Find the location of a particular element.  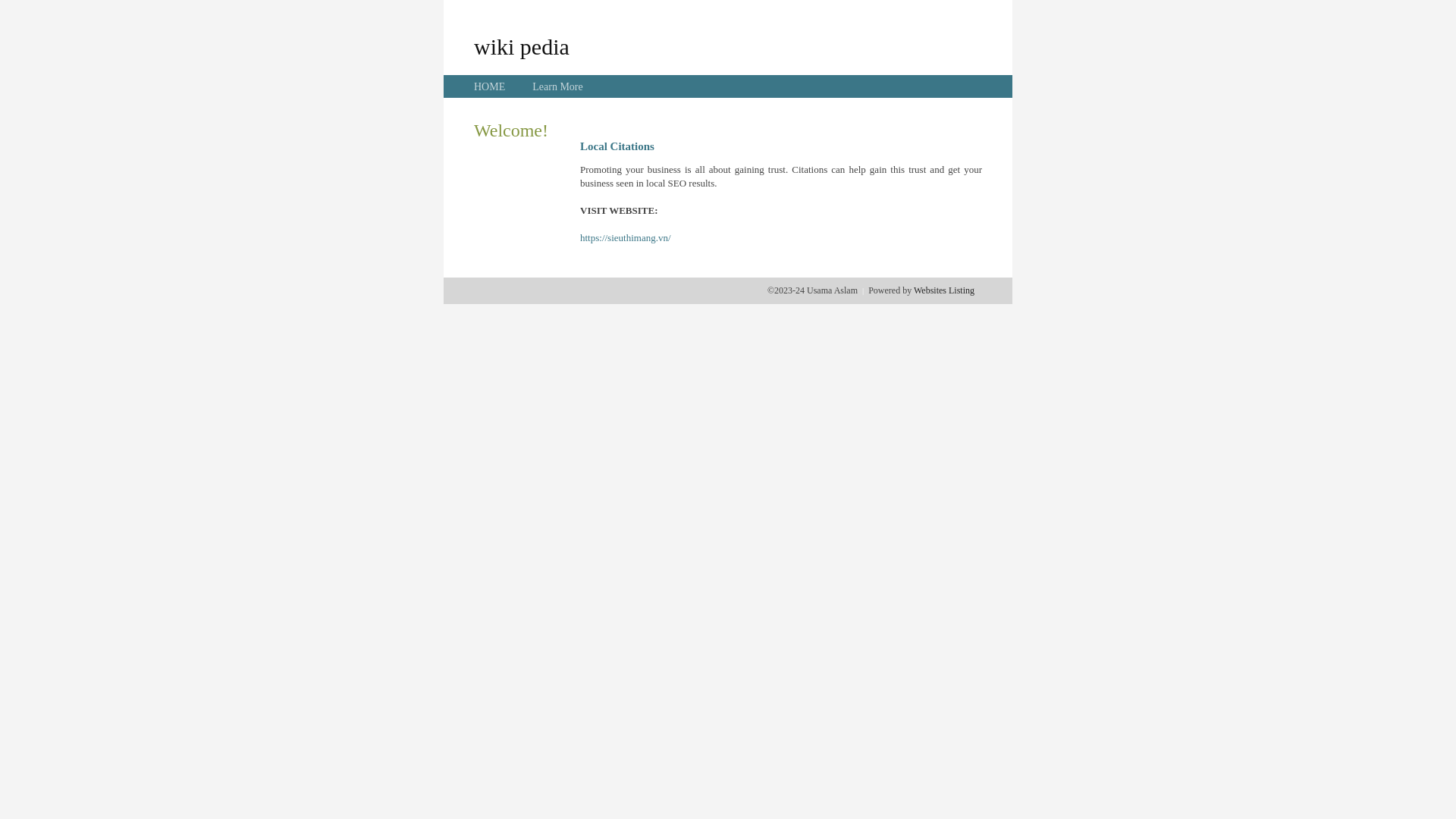

'Learn More' is located at coordinates (556, 86).